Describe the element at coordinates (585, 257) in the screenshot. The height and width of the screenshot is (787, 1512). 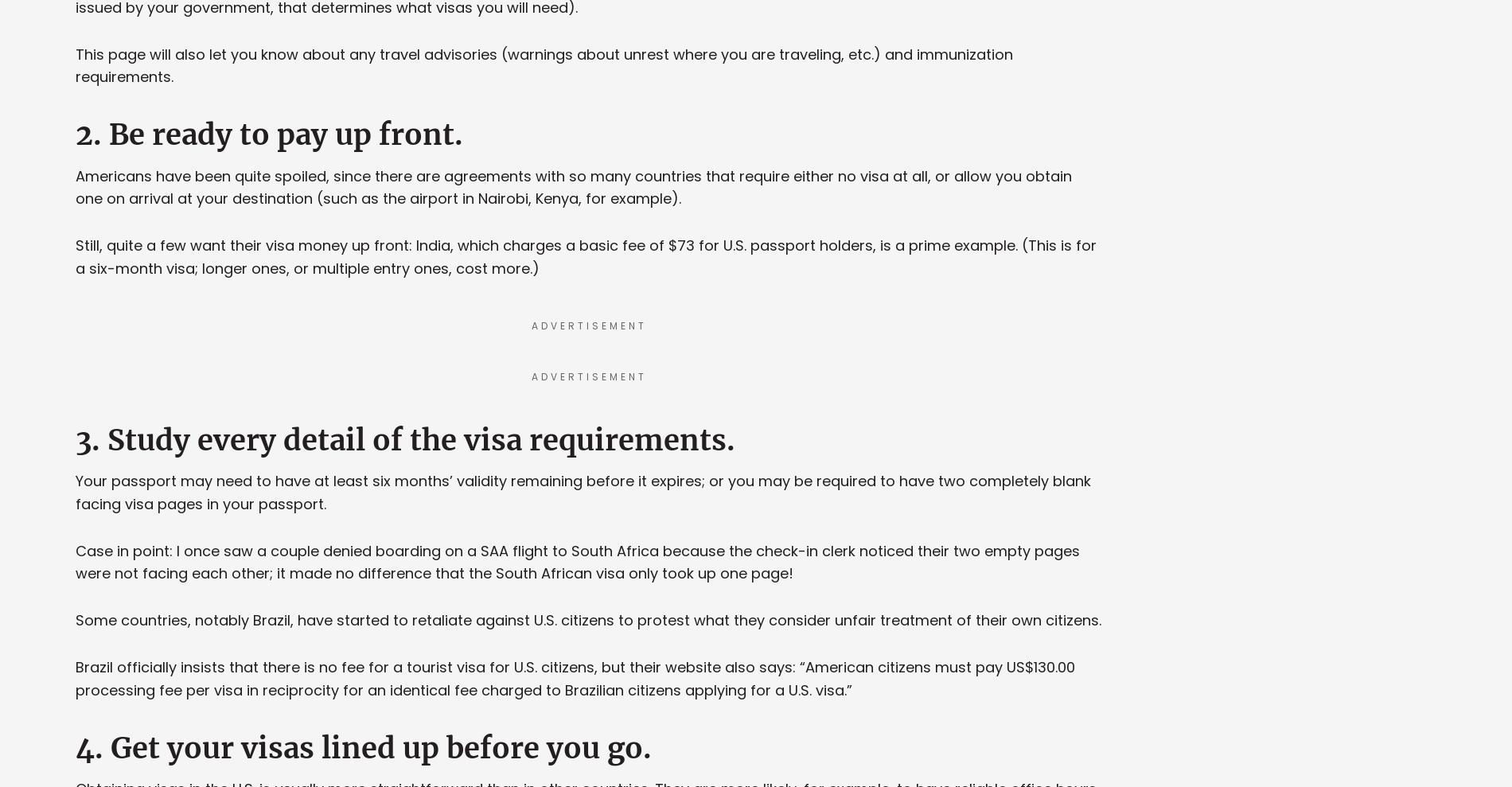
I see `'Still, quite a few want their visa money up front: India, which charges a basic fee of $73 for U.S. passport holders, is a prime example. (This is for a six-month visa; longer ones, or multiple entry ones, cost more.)'` at that location.